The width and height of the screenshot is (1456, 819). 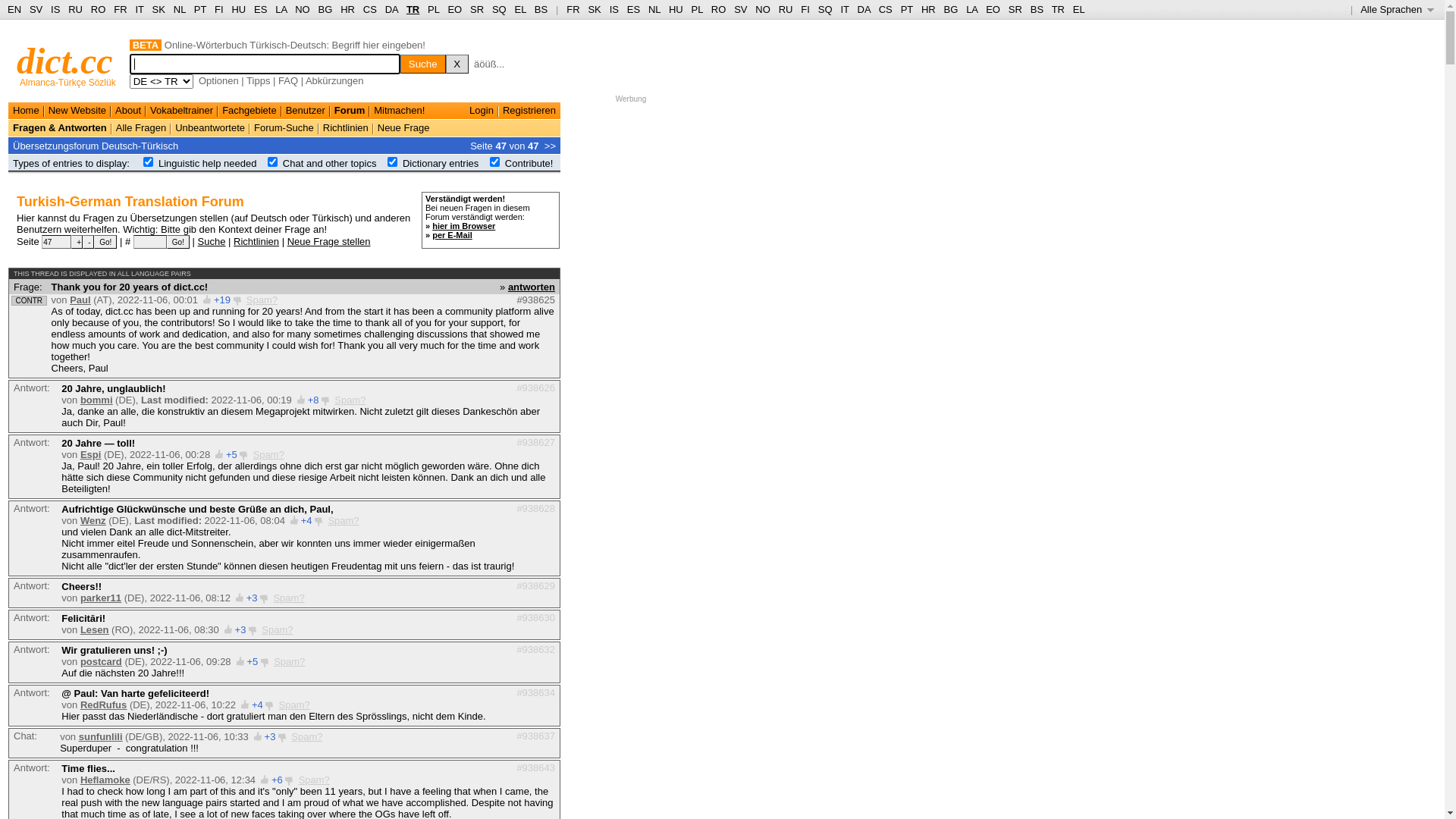 What do you see at coordinates (26, 109) in the screenshot?
I see `'Home'` at bounding box center [26, 109].